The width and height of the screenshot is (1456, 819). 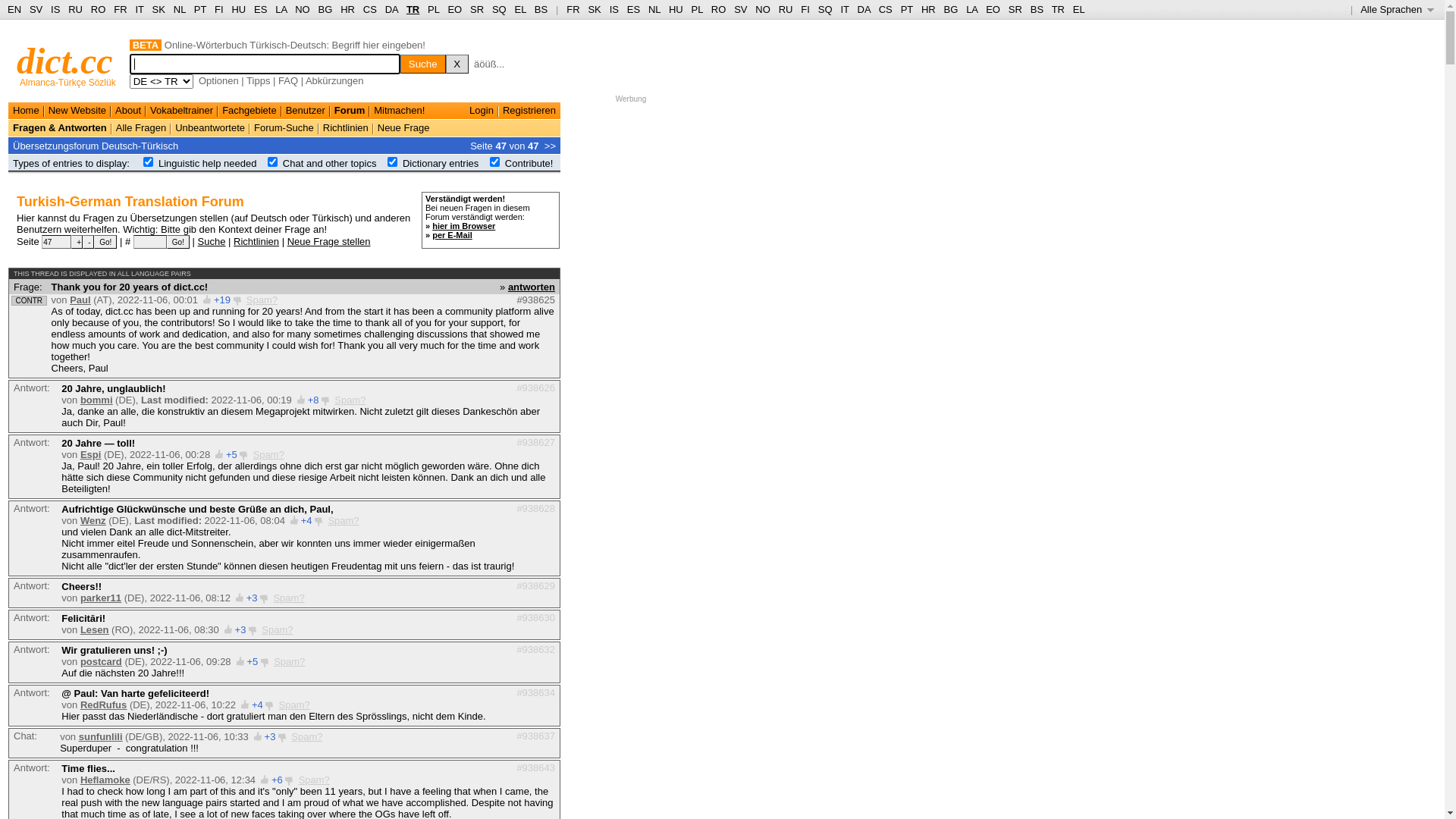 What do you see at coordinates (26, 109) in the screenshot?
I see `'Home'` at bounding box center [26, 109].